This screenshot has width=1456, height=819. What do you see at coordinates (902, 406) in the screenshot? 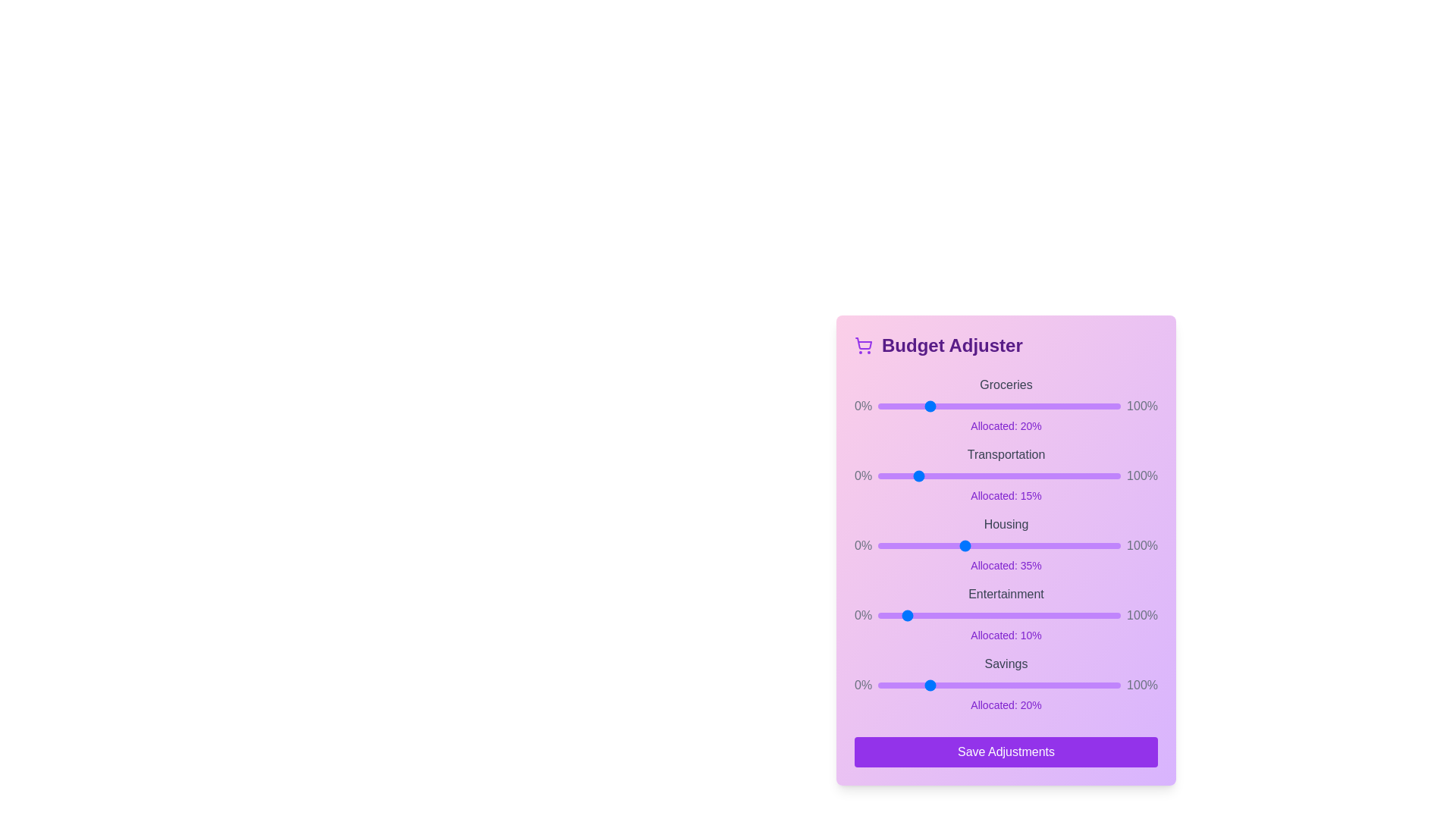
I see `the slider for a specific category to set its allocation to 10%` at bounding box center [902, 406].